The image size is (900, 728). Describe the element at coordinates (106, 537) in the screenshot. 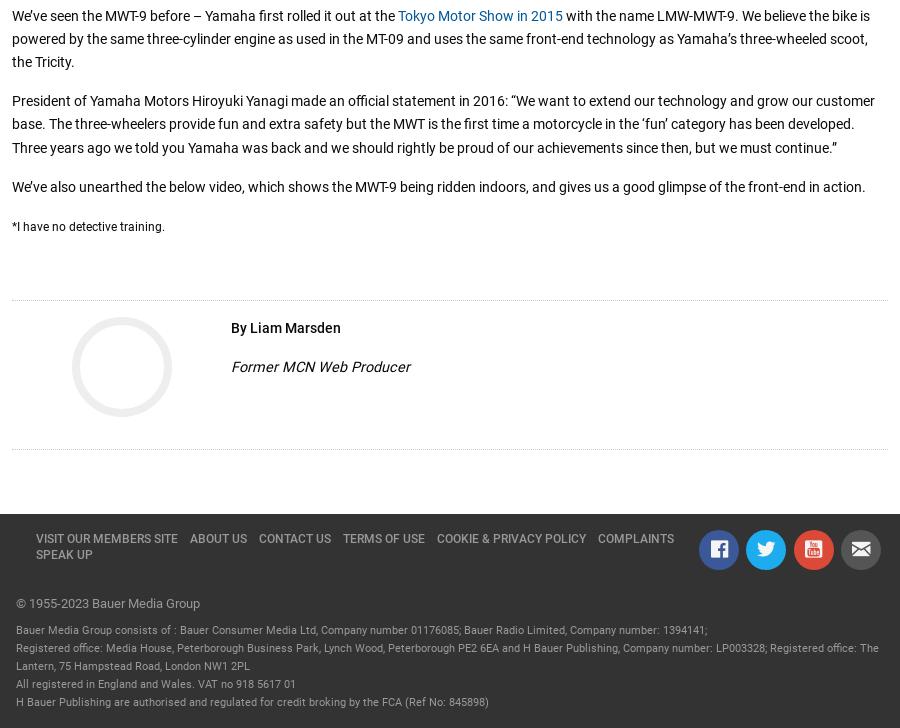

I see `'Visit our members site'` at that location.